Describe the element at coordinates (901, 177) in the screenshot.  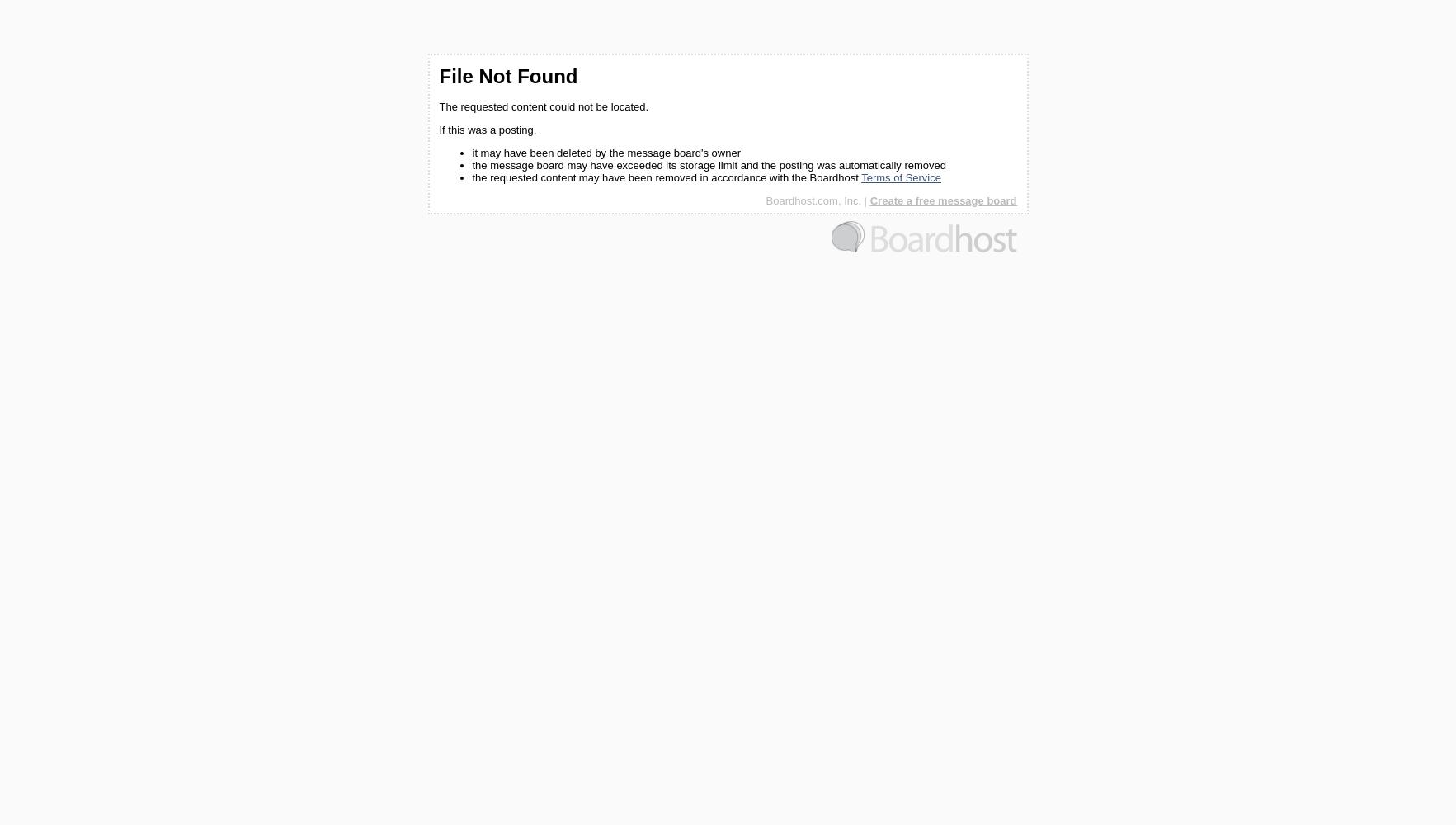
I see `'Terms of Service'` at that location.